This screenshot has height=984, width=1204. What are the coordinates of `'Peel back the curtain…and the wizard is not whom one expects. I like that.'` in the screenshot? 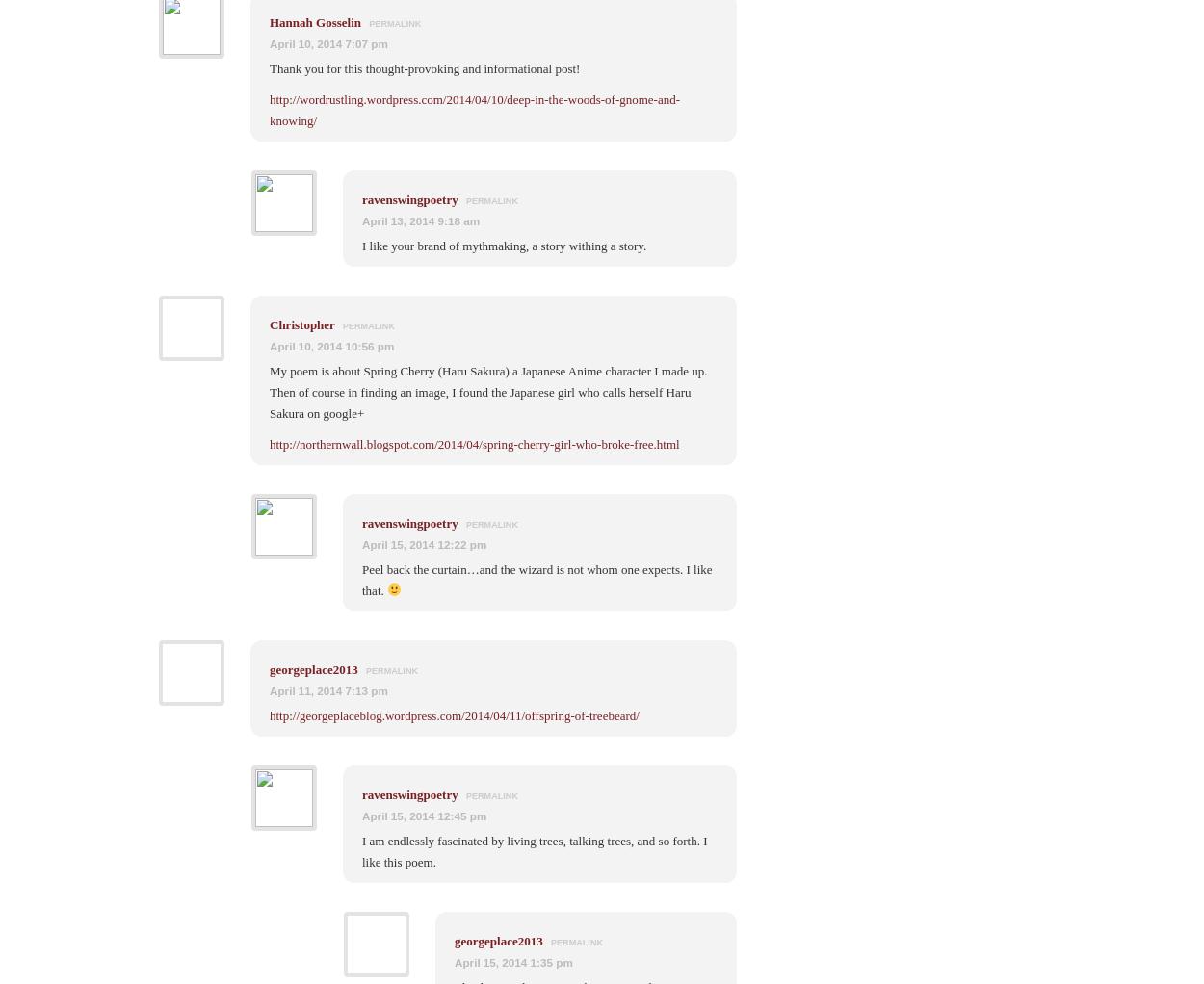 It's located at (537, 578).